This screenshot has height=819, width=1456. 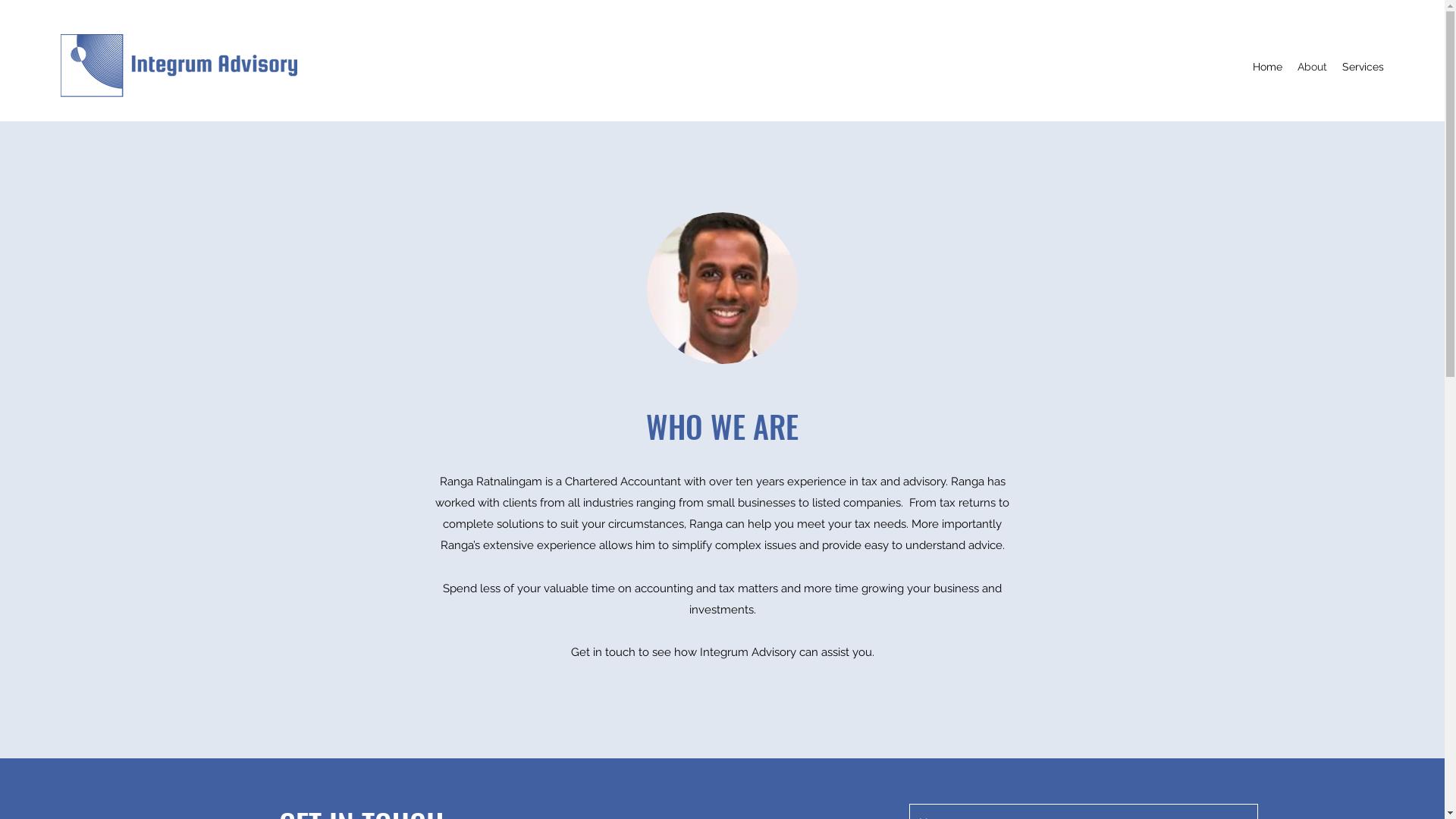 I want to click on 'Home', so click(x=1267, y=66).